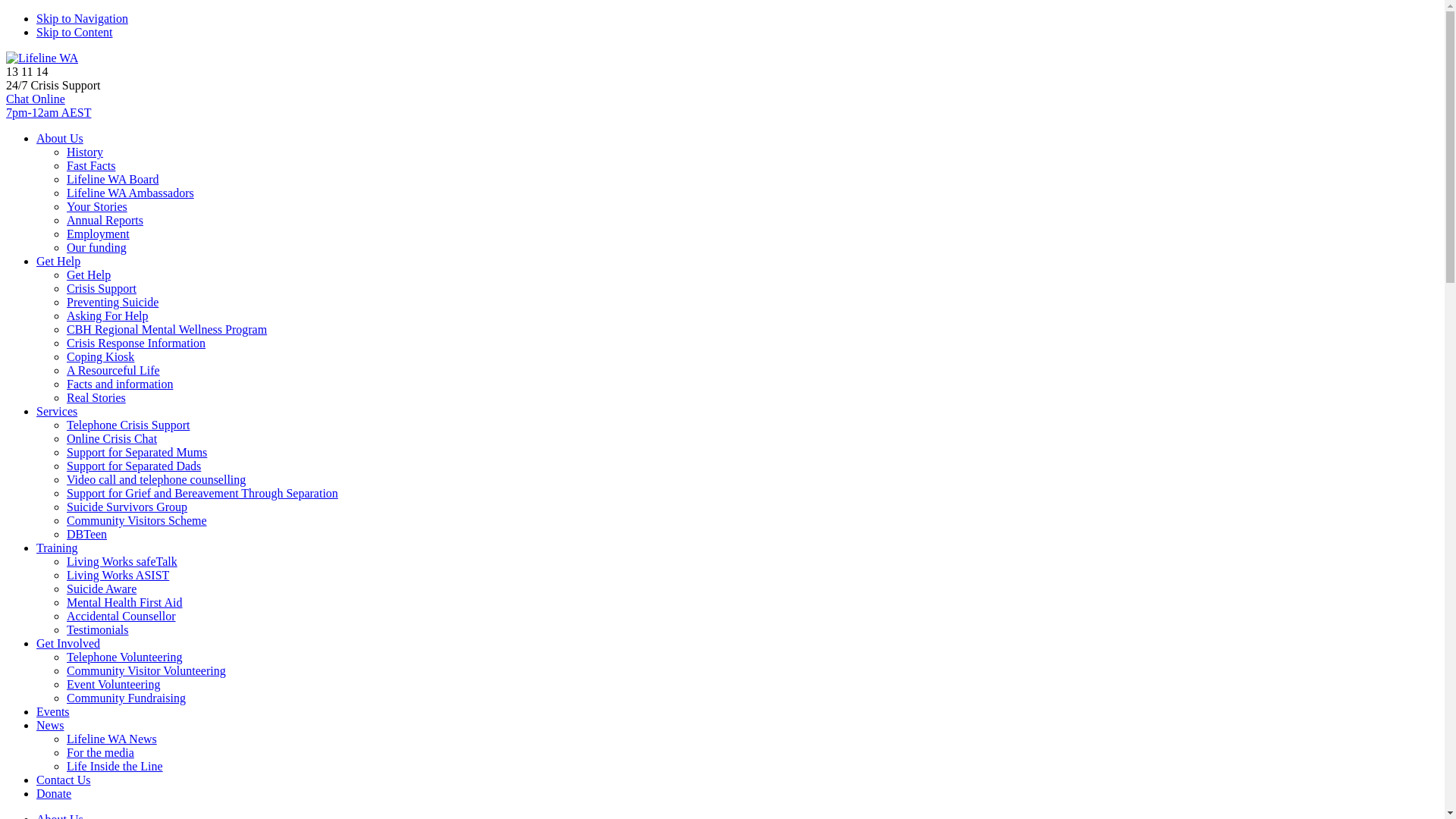 The height and width of the screenshot is (819, 1456). I want to click on 'Annual Reports', so click(65, 220).